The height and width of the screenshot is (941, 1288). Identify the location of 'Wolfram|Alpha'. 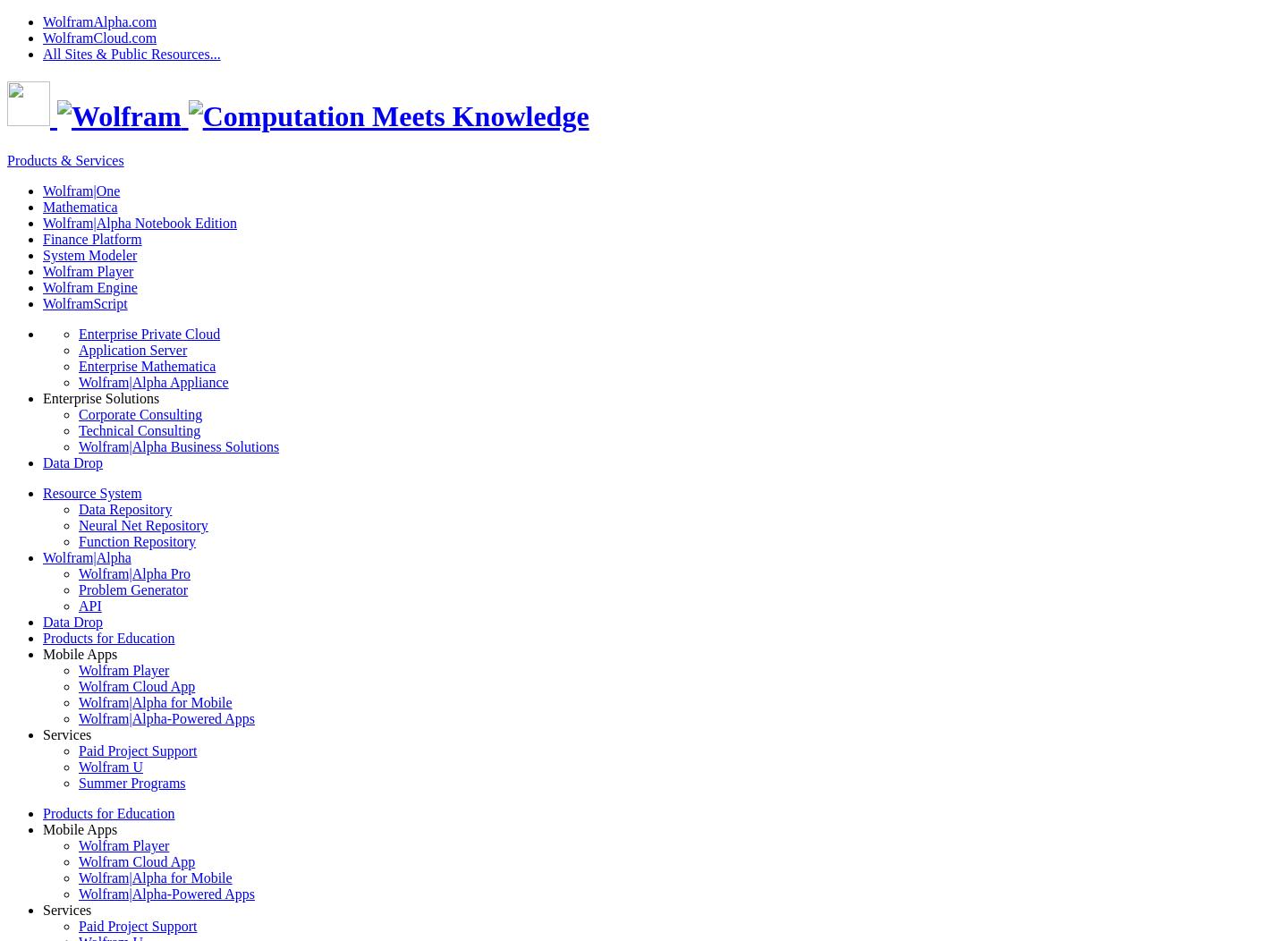
(87, 556).